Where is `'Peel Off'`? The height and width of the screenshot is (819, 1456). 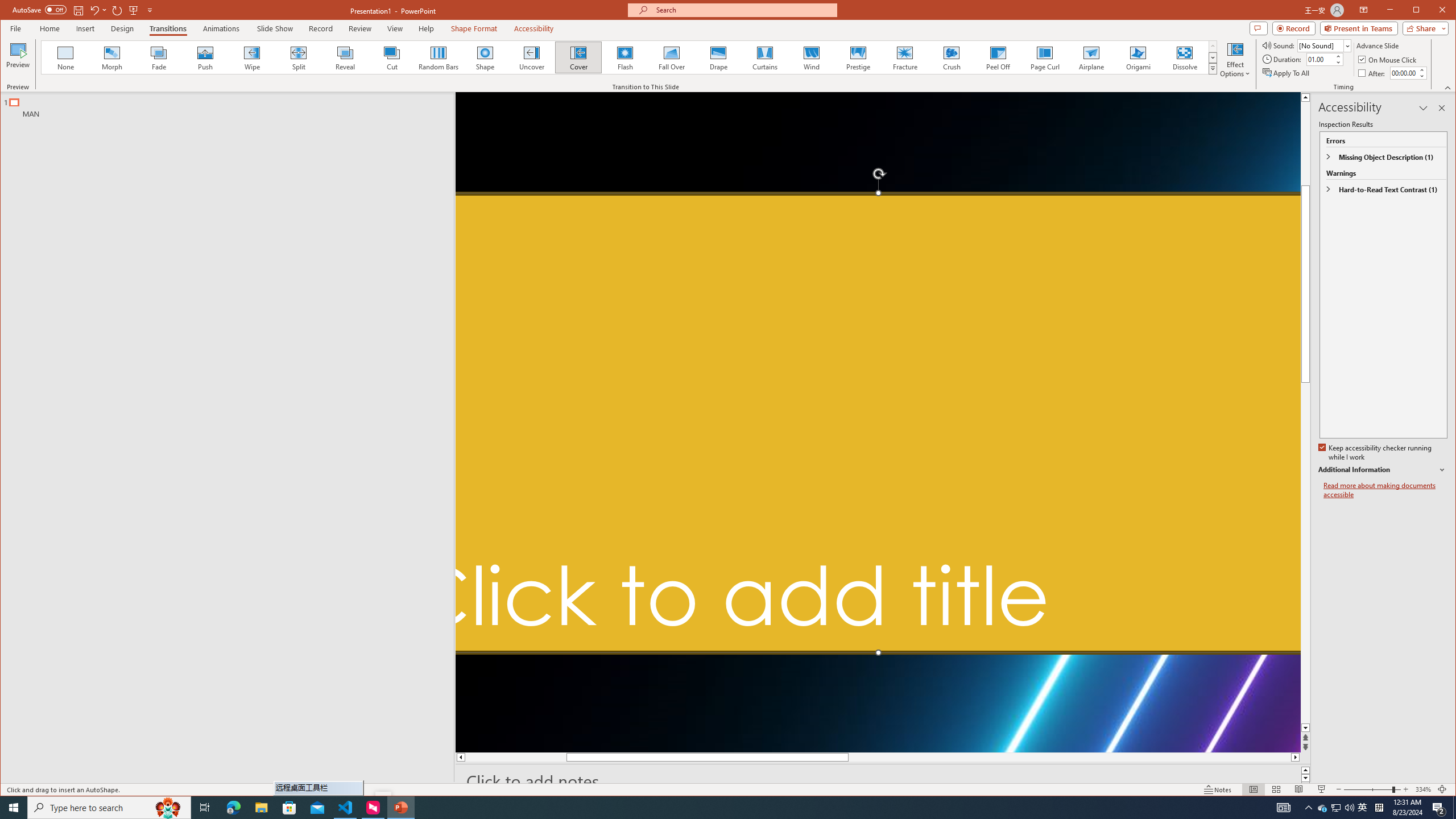 'Peel Off' is located at coordinates (999, 57).